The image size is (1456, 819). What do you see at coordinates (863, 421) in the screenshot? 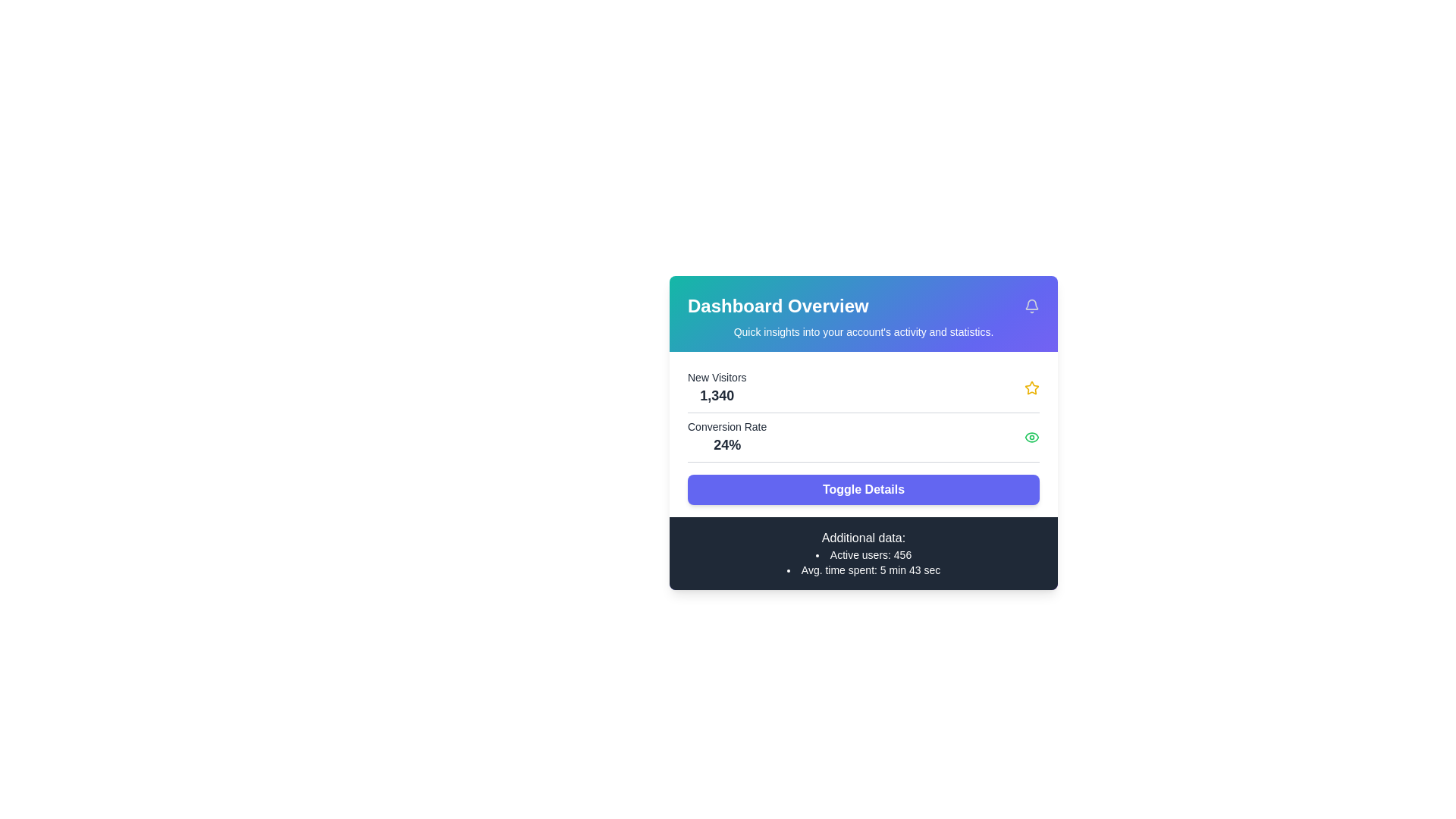
I see `the event-triggering icons in the Dashboard Overview section, which features metrics and a 'Toggle Details' button` at bounding box center [863, 421].